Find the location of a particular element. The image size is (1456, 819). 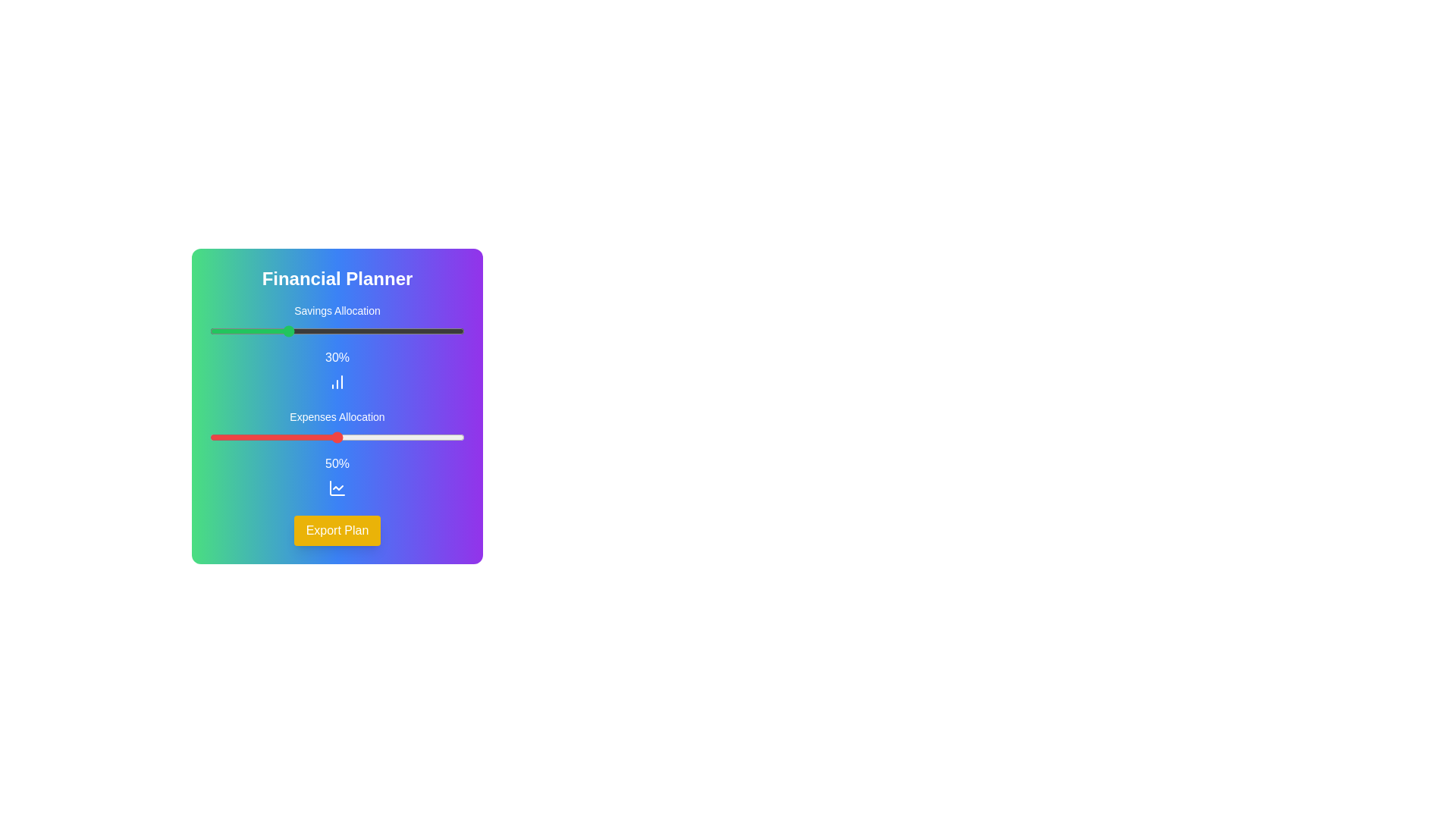

the Expenses Allocation slider is located at coordinates (396, 438).